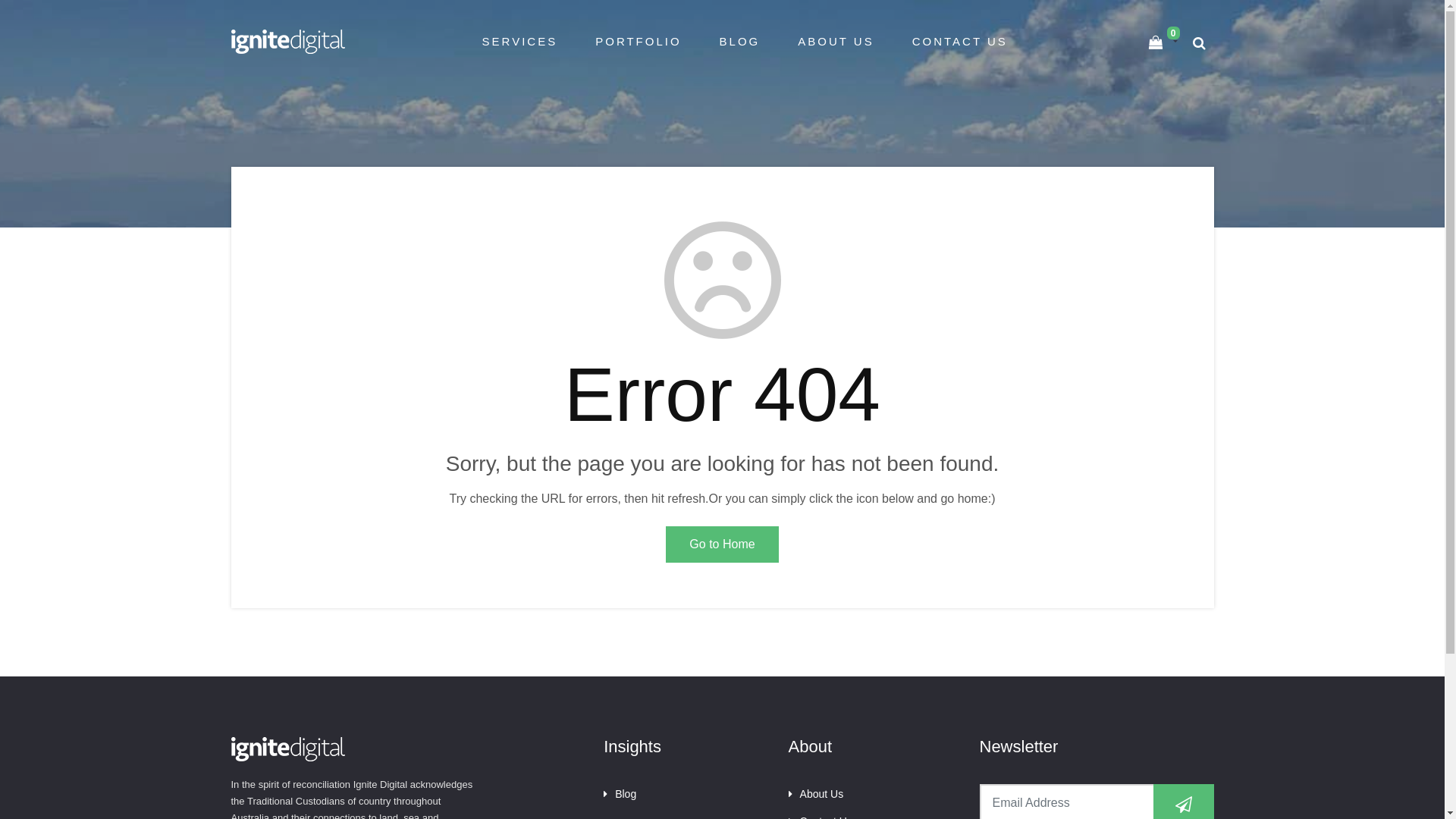  I want to click on 'About Us', so click(815, 792).